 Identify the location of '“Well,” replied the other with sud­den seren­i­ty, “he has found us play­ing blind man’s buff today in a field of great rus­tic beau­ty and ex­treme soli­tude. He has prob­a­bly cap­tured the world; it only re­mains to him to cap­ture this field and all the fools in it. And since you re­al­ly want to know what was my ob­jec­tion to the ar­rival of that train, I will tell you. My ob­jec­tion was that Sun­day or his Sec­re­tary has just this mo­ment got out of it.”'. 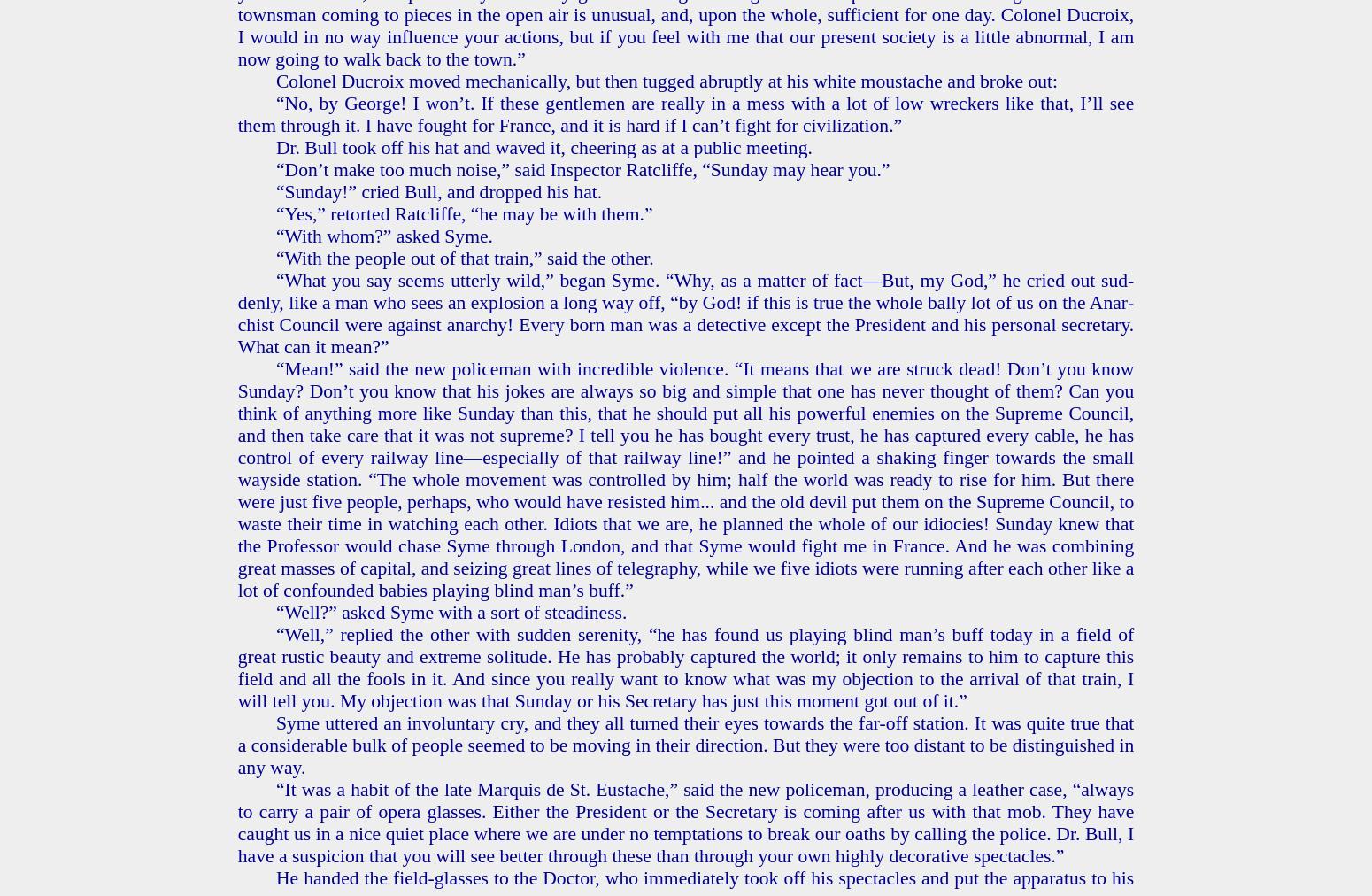
(685, 667).